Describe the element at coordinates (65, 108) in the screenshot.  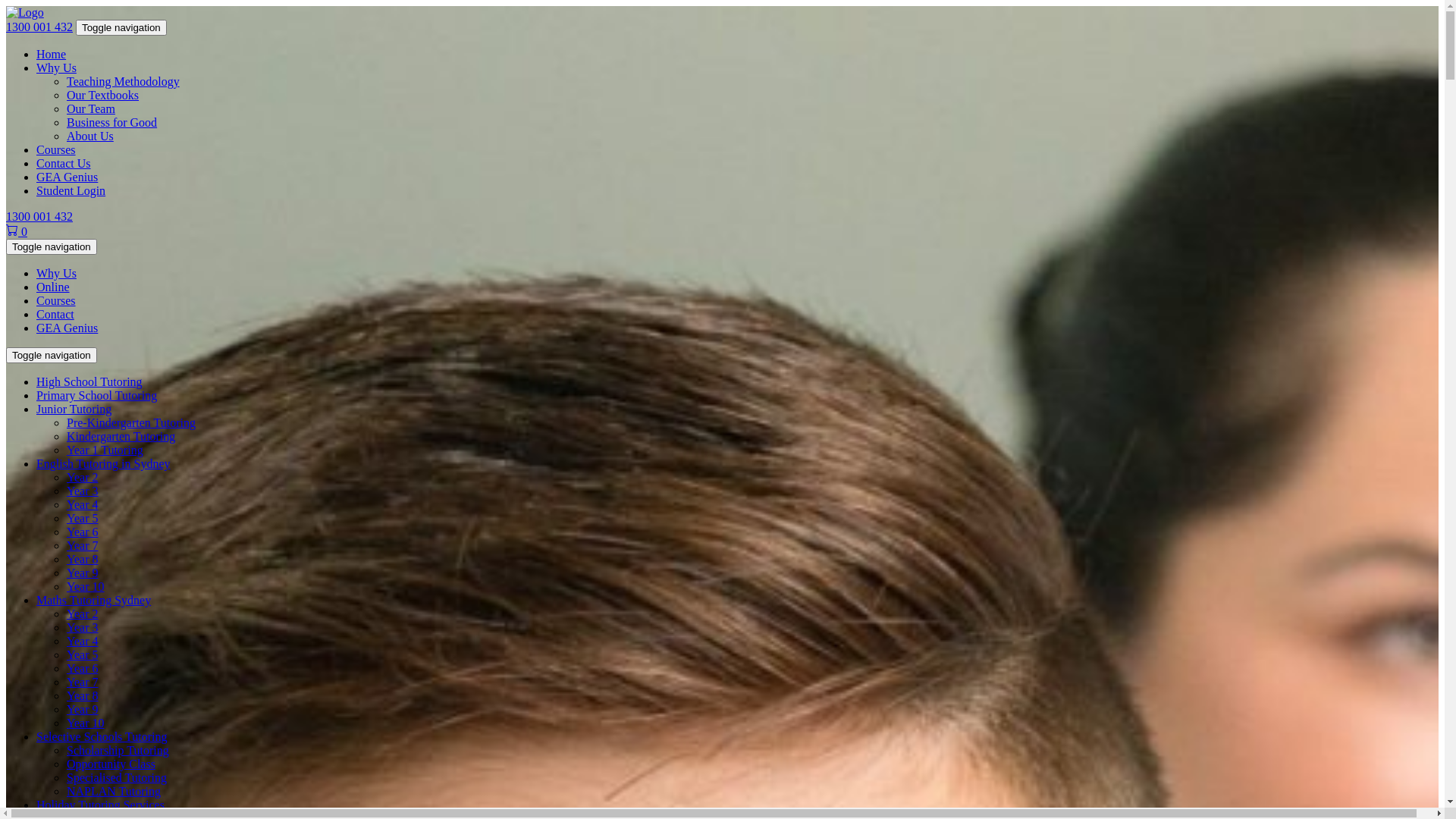
I see `'Our Team'` at that location.